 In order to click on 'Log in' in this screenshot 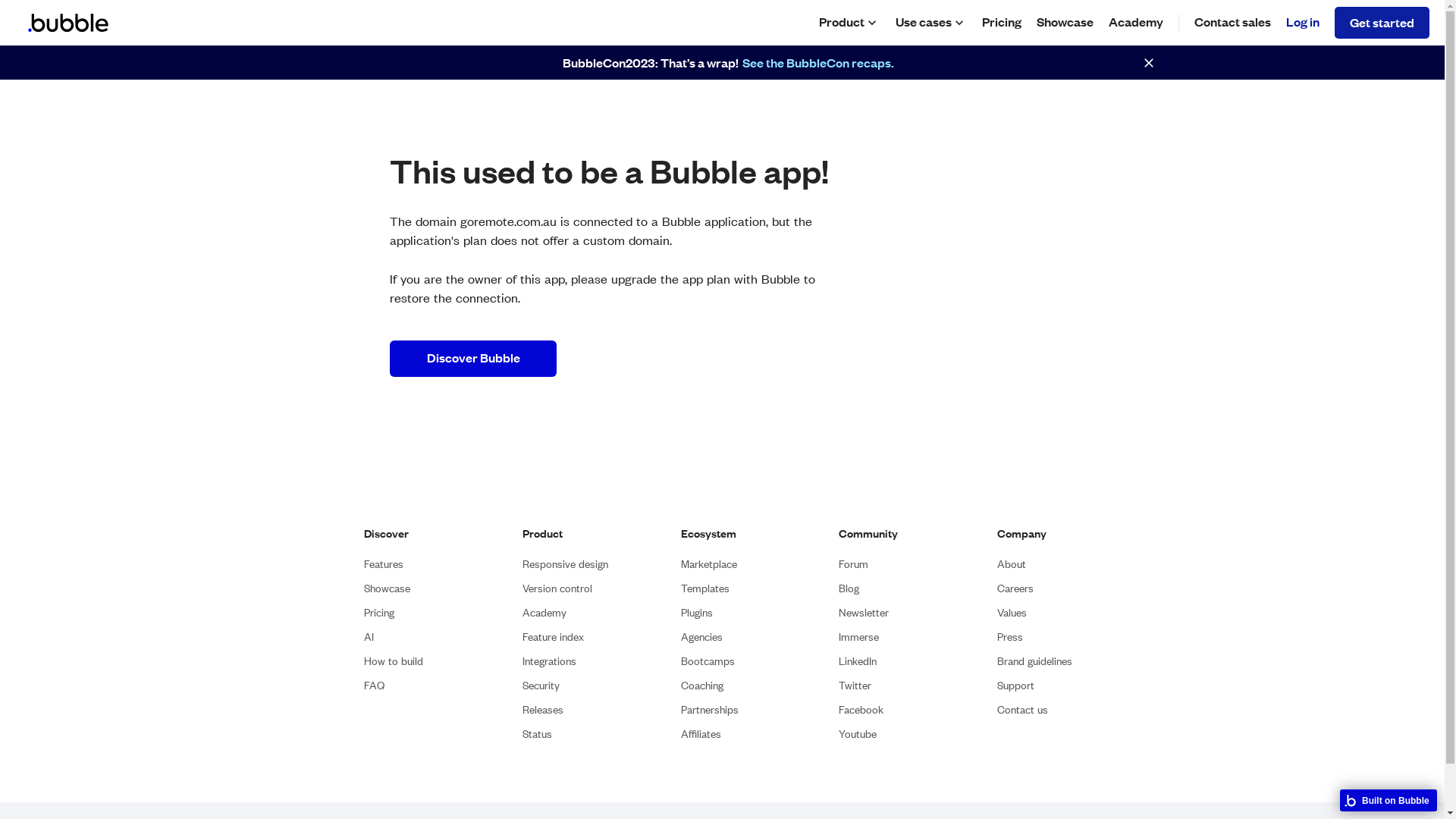, I will do `click(1302, 22)`.